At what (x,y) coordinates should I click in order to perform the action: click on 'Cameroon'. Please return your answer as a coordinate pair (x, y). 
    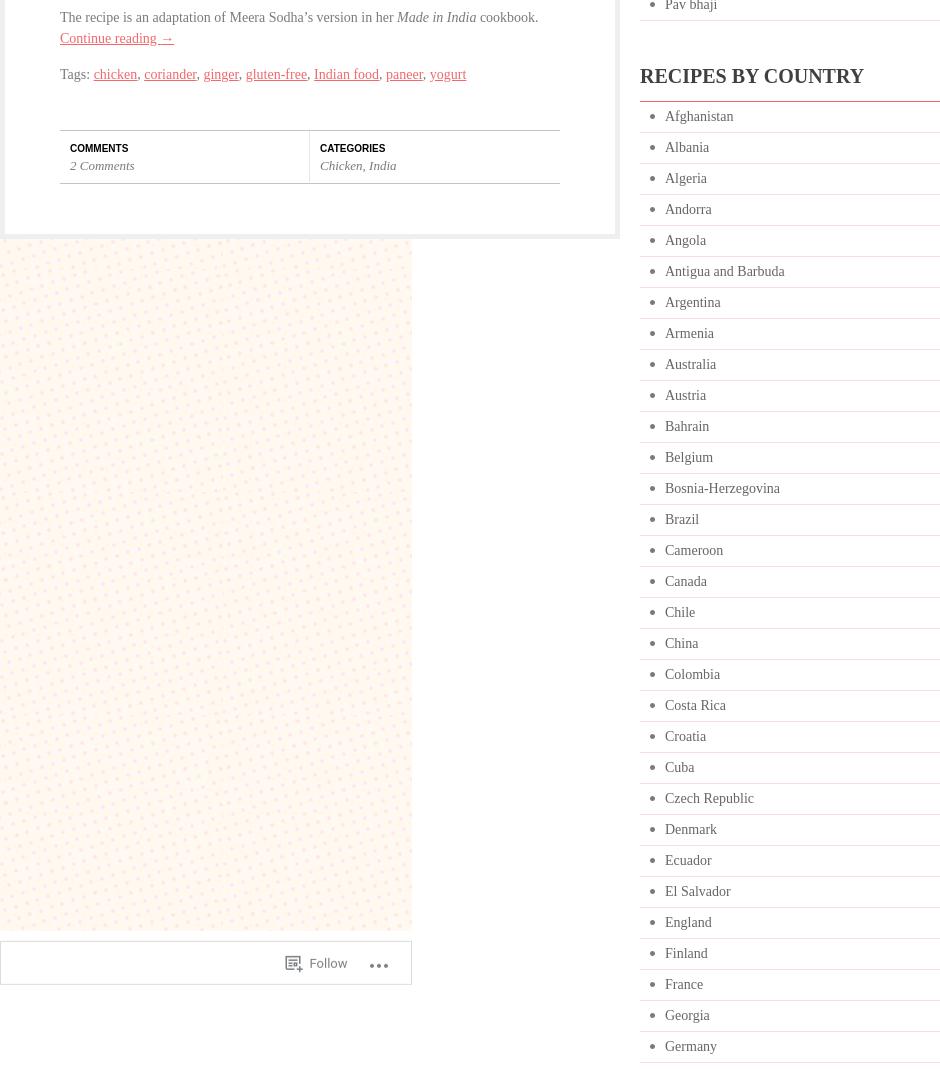
    Looking at the image, I should click on (693, 550).